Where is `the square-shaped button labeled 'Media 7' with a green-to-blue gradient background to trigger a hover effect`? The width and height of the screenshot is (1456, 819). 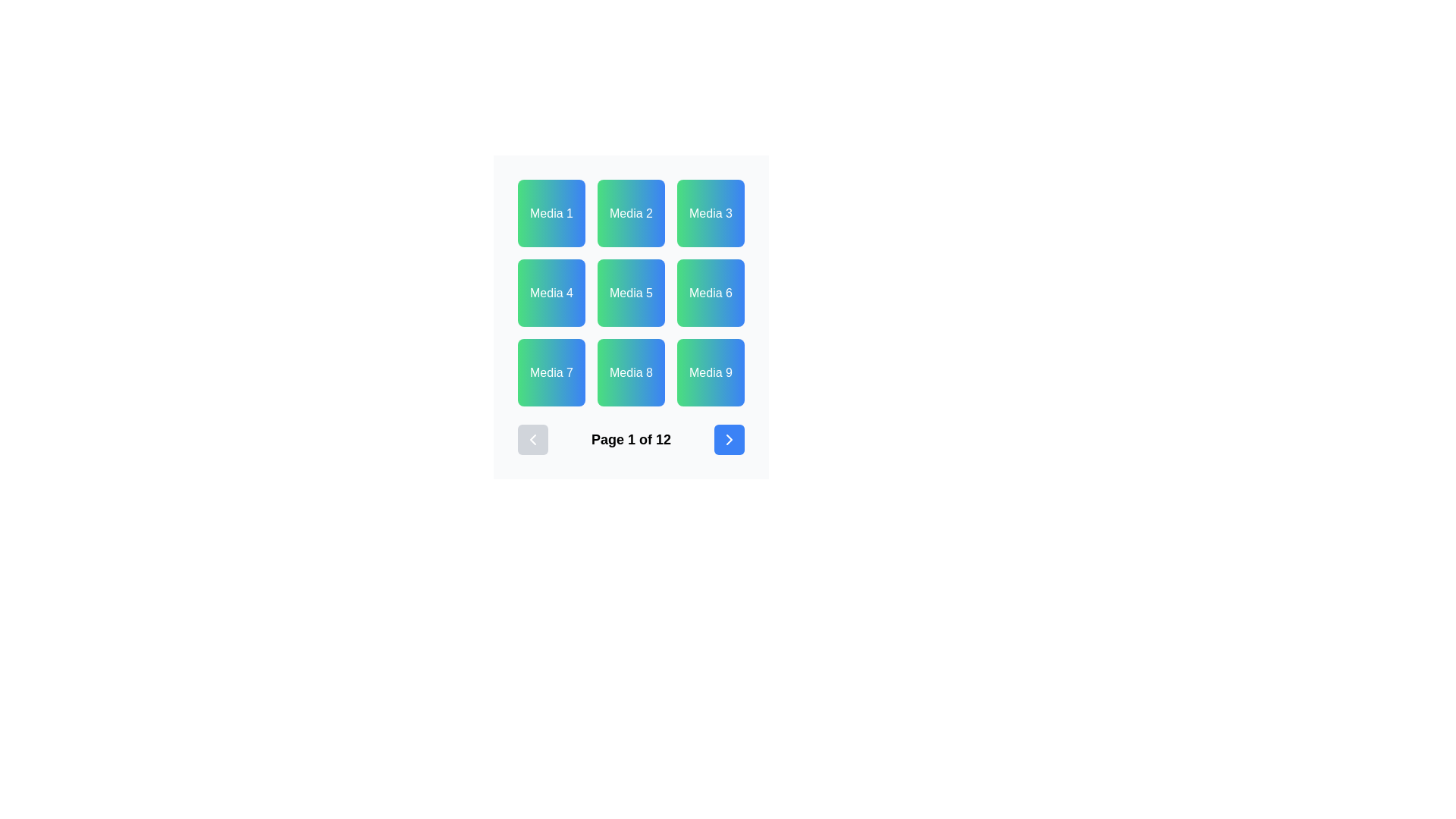
the square-shaped button labeled 'Media 7' with a green-to-blue gradient background to trigger a hover effect is located at coordinates (551, 372).